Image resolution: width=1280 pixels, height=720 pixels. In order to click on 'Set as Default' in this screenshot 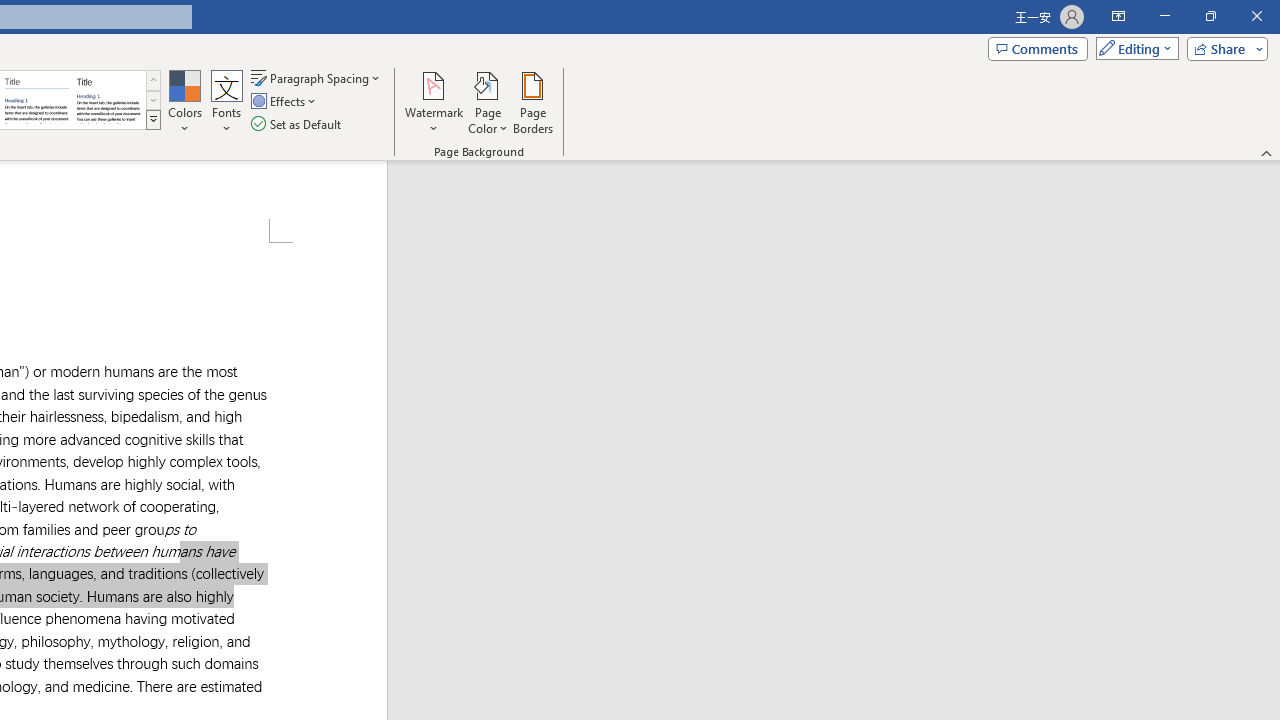, I will do `click(297, 124)`.